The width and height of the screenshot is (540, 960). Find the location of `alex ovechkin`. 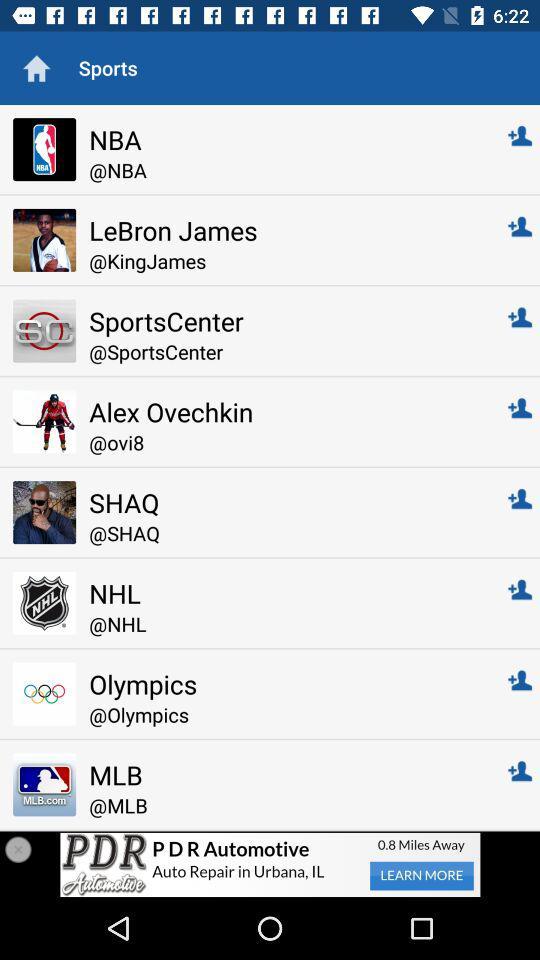

alex ovechkin is located at coordinates (284, 410).